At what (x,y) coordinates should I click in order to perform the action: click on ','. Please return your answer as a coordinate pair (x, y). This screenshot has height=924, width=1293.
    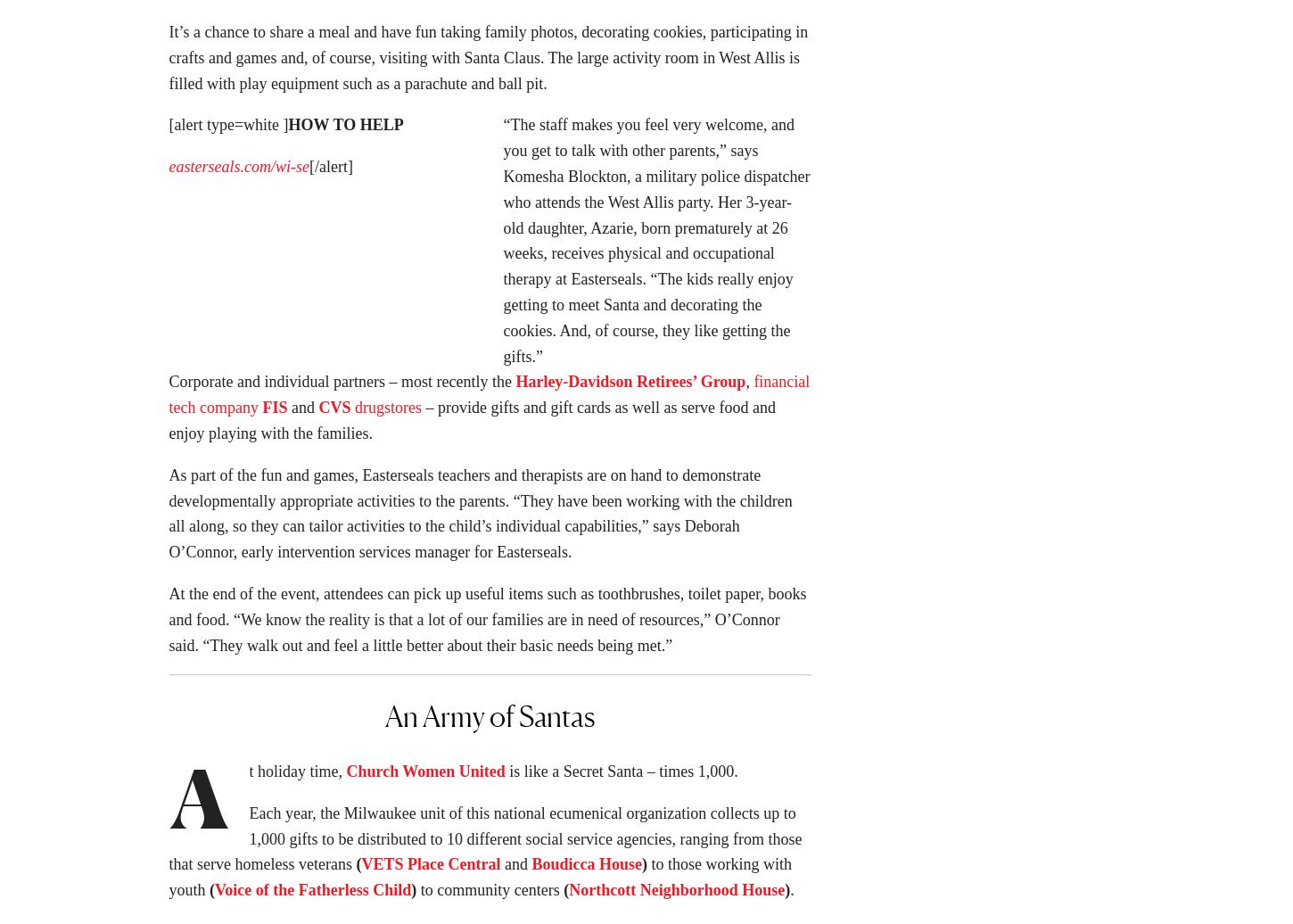
    Looking at the image, I should click on (749, 386).